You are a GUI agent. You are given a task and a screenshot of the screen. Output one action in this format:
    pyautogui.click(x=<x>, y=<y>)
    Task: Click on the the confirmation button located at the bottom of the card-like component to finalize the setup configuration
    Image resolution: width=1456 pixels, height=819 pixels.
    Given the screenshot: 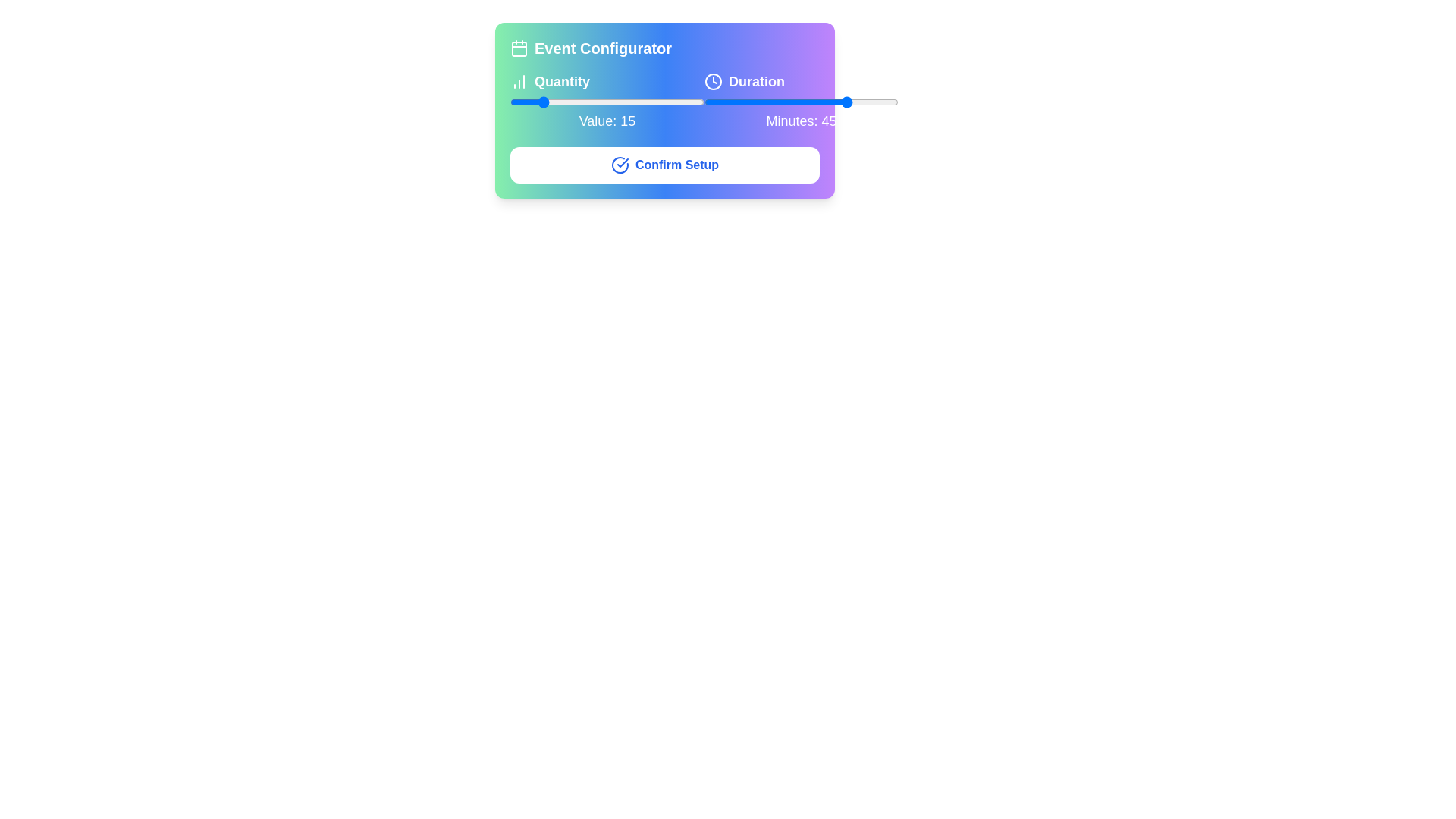 What is the action you would take?
    pyautogui.click(x=665, y=165)
    